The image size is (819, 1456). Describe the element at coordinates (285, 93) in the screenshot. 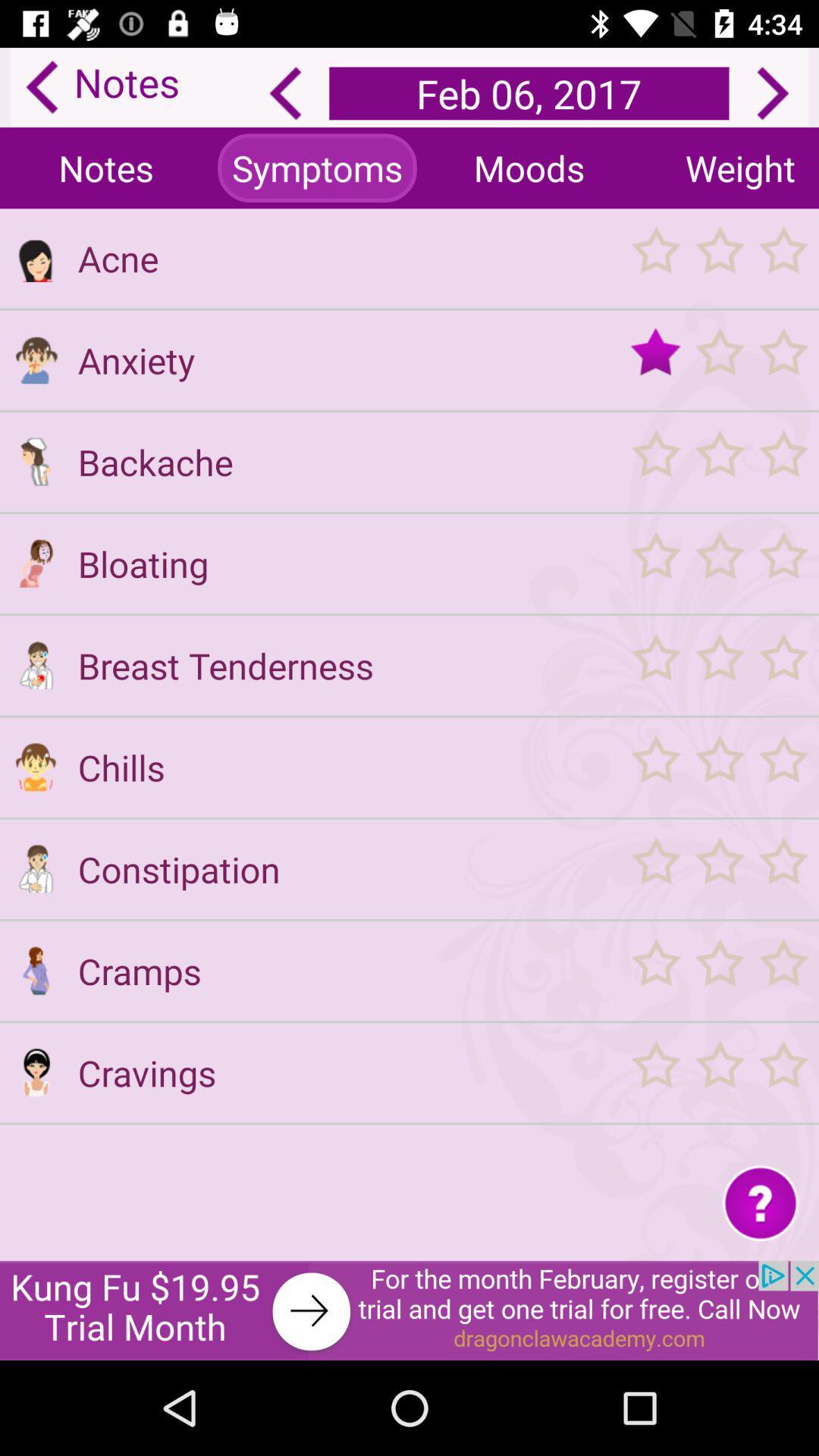

I see `the arrow_backward icon` at that location.